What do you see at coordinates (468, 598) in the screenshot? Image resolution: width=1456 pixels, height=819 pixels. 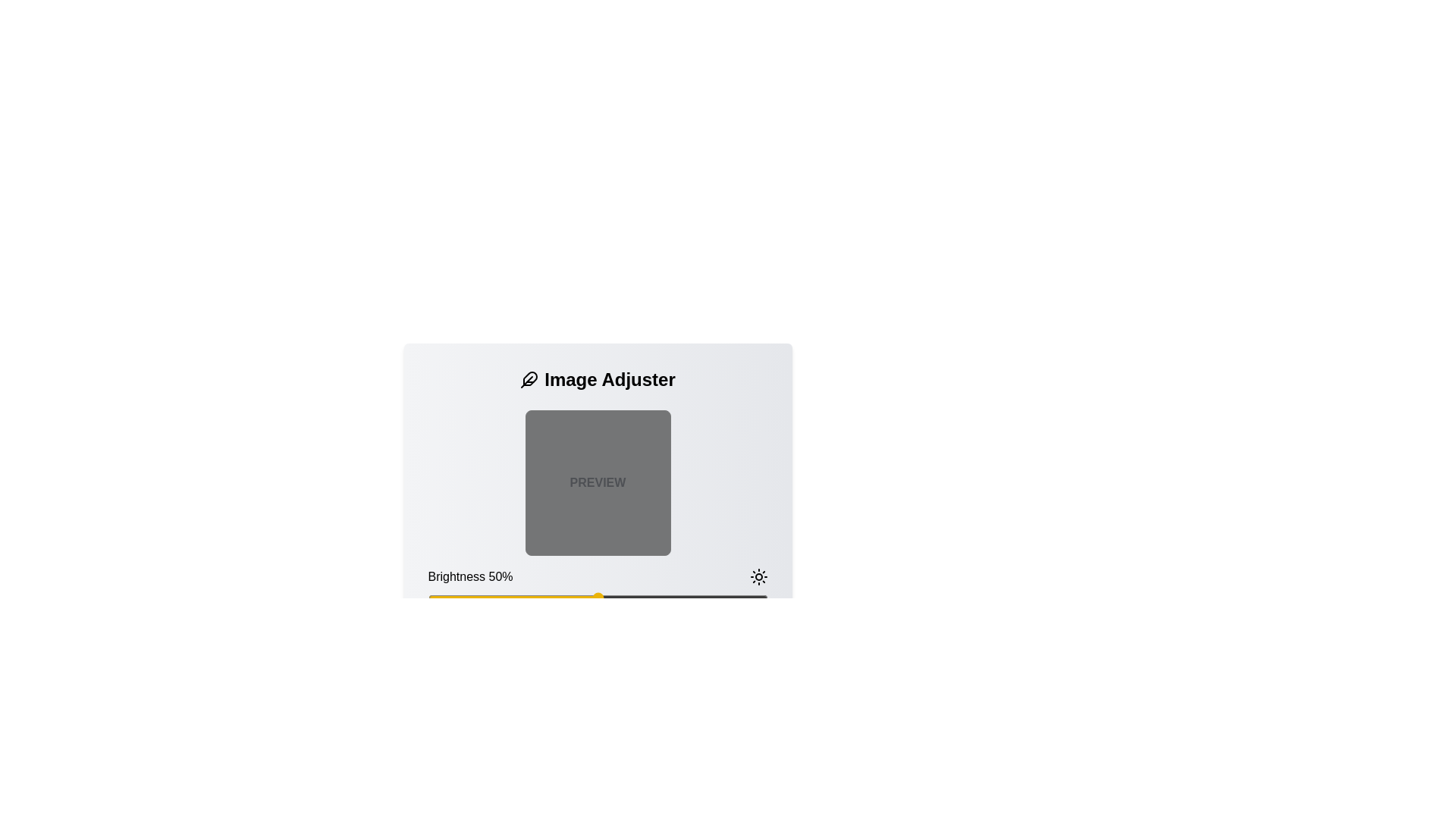 I see `the brightness level` at bounding box center [468, 598].